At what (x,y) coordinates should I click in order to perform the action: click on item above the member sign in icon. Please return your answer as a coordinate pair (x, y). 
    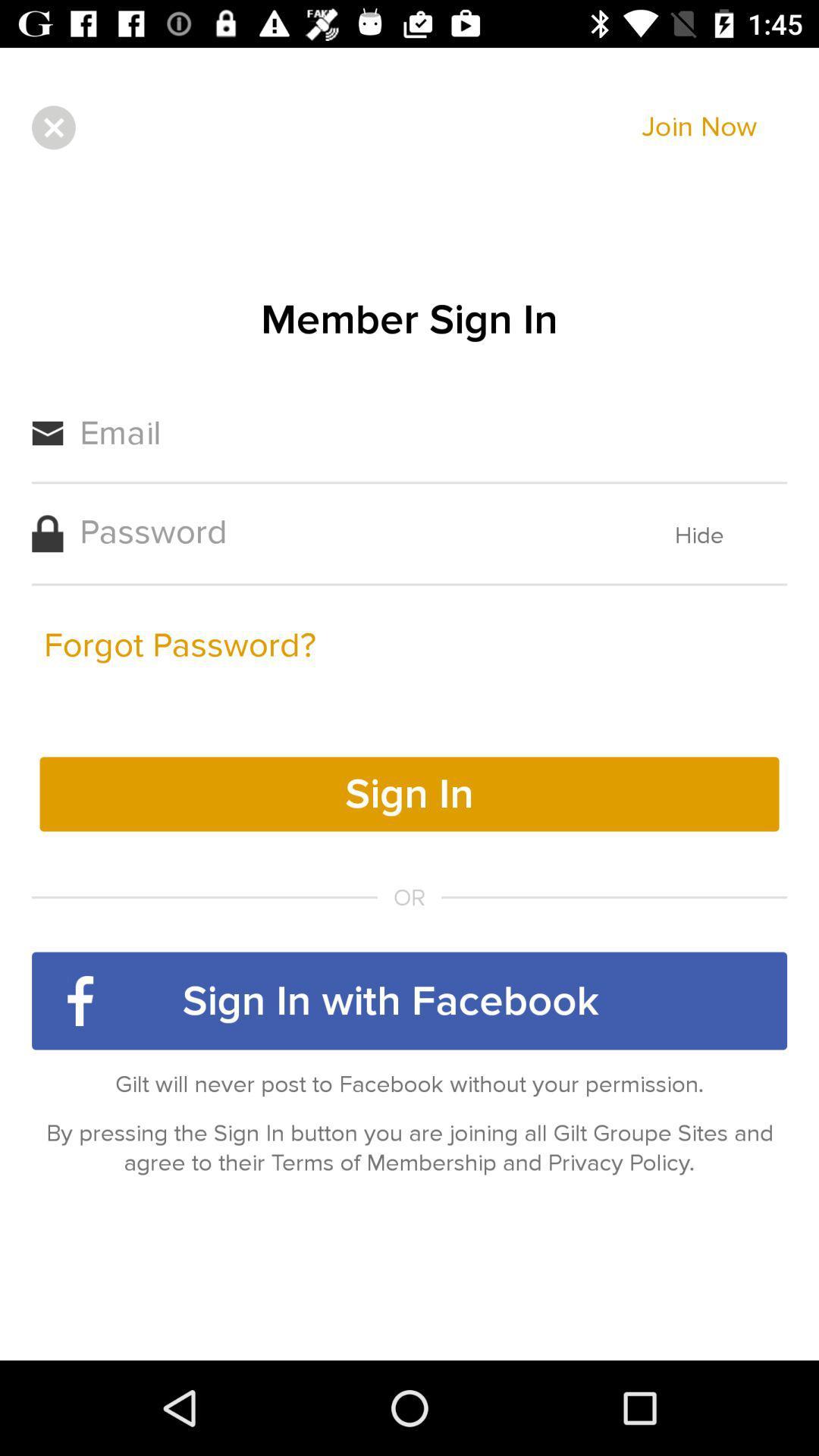
    Looking at the image, I should click on (699, 127).